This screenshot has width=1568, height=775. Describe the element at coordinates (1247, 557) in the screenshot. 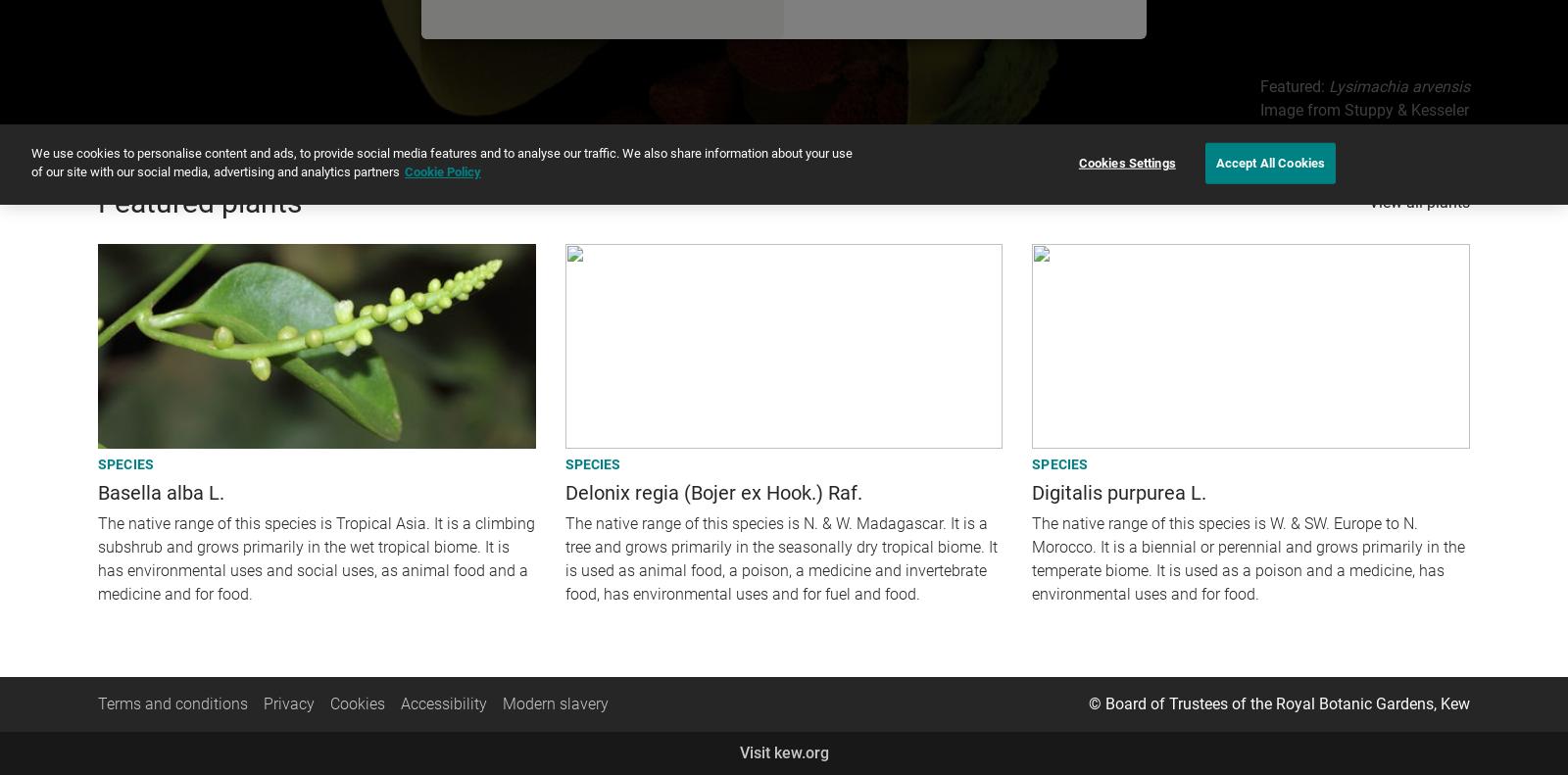

I see `'The native range of this species is W. & SW. Europe to N. Morocco. It is a biennial or perennial and grows primarily in the temperate biome. It is used as a poison and a medicine, has environmental uses and for food.'` at that location.